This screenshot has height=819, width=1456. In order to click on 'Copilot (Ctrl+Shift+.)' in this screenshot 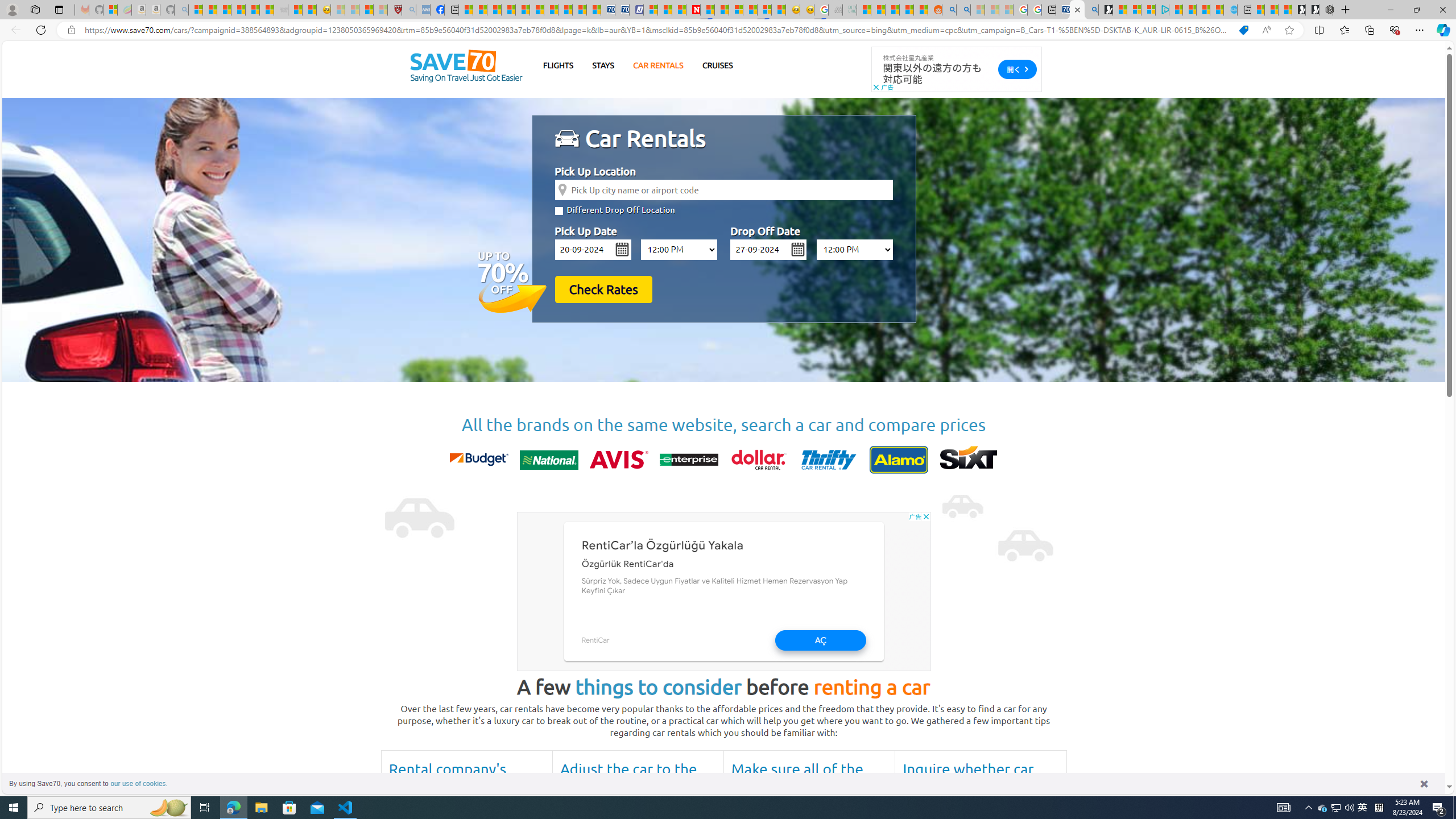, I will do `click(1442, 29)`.